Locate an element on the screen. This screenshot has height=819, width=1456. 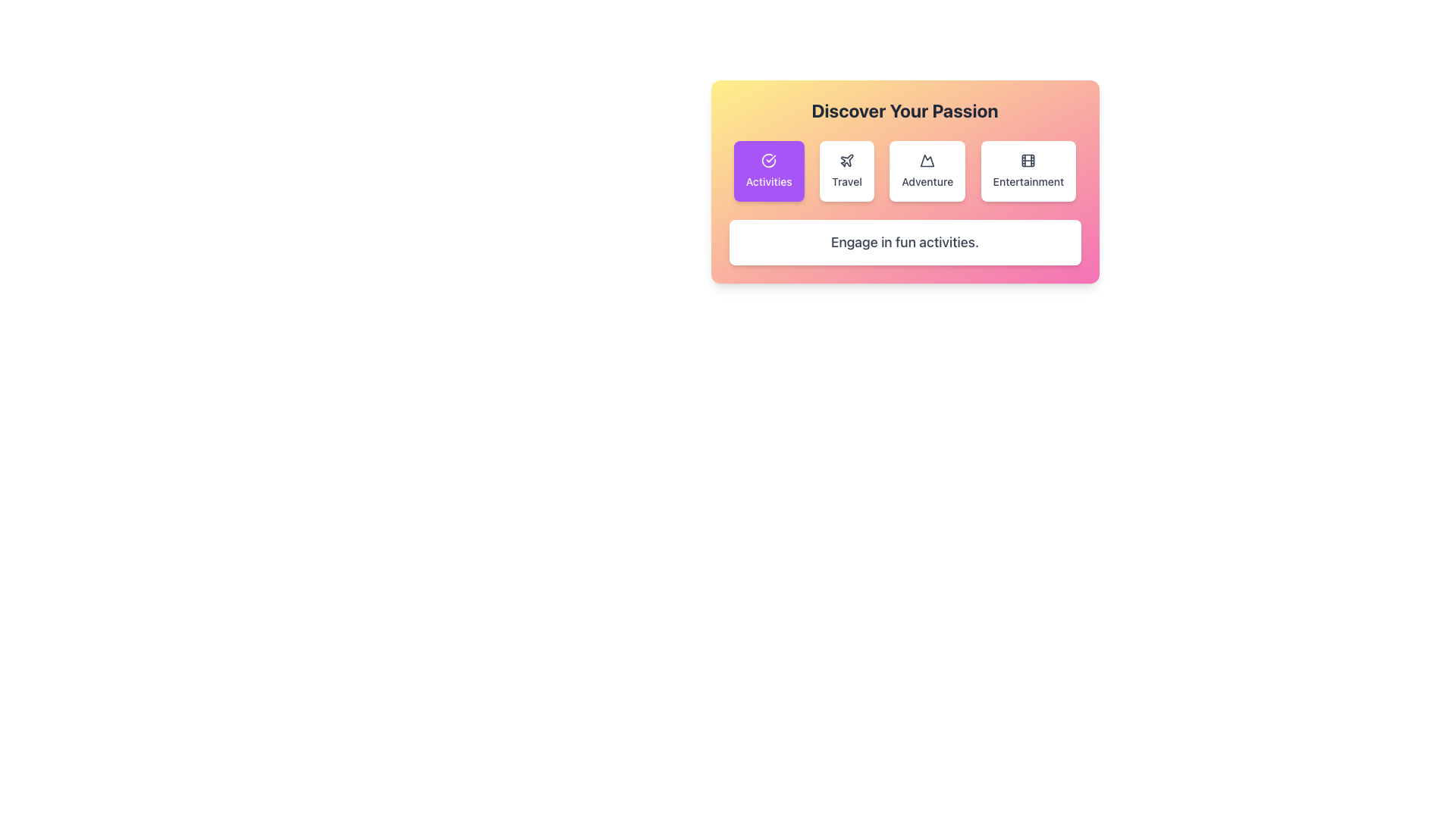
the airplane icon representing the 'Travel' option, located inside the second button from the left below the 'Discover Your Passion' title is located at coordinates (846, 160).